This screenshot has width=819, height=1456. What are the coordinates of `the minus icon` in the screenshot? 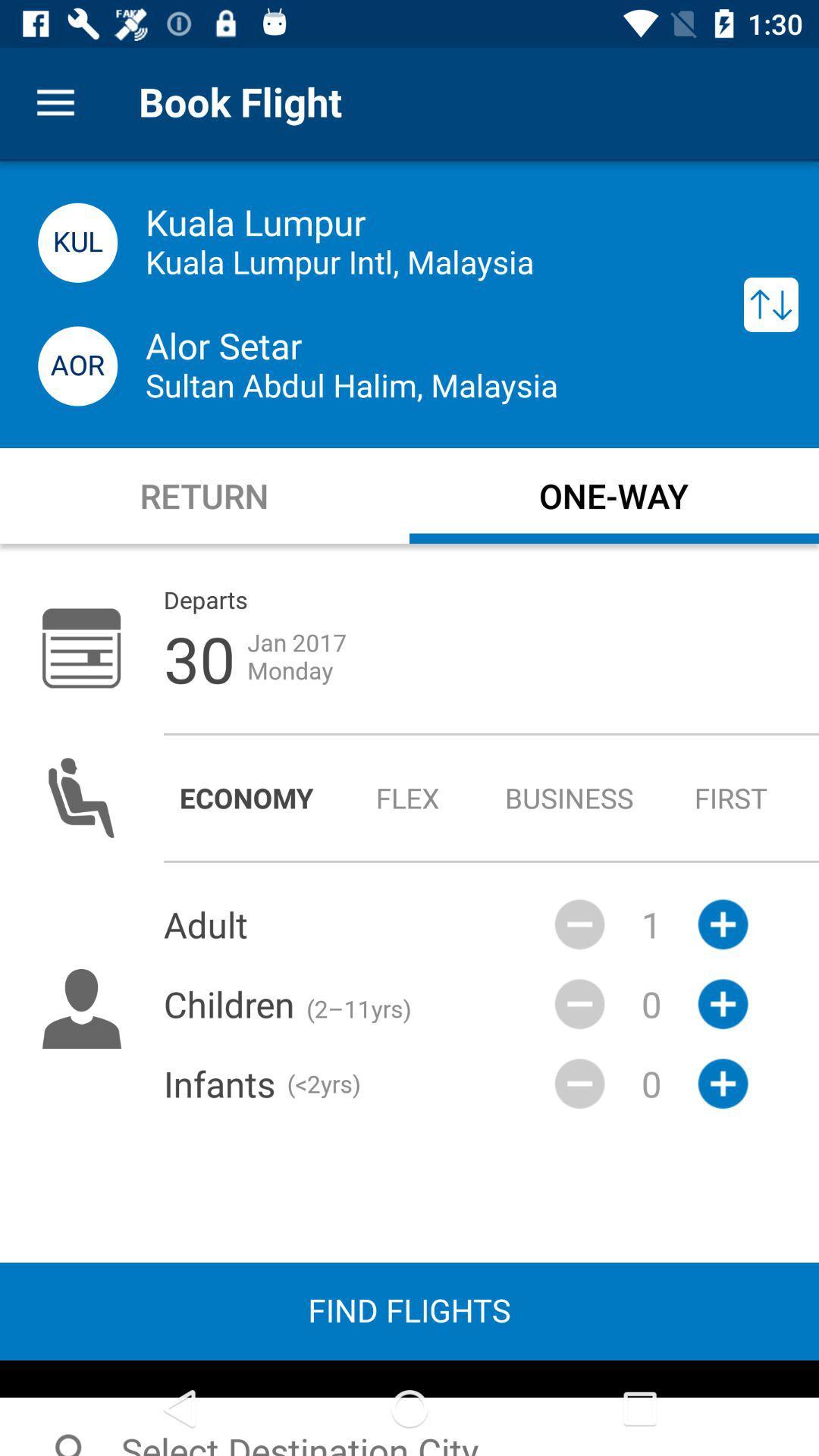 It's located at (579, 1004).